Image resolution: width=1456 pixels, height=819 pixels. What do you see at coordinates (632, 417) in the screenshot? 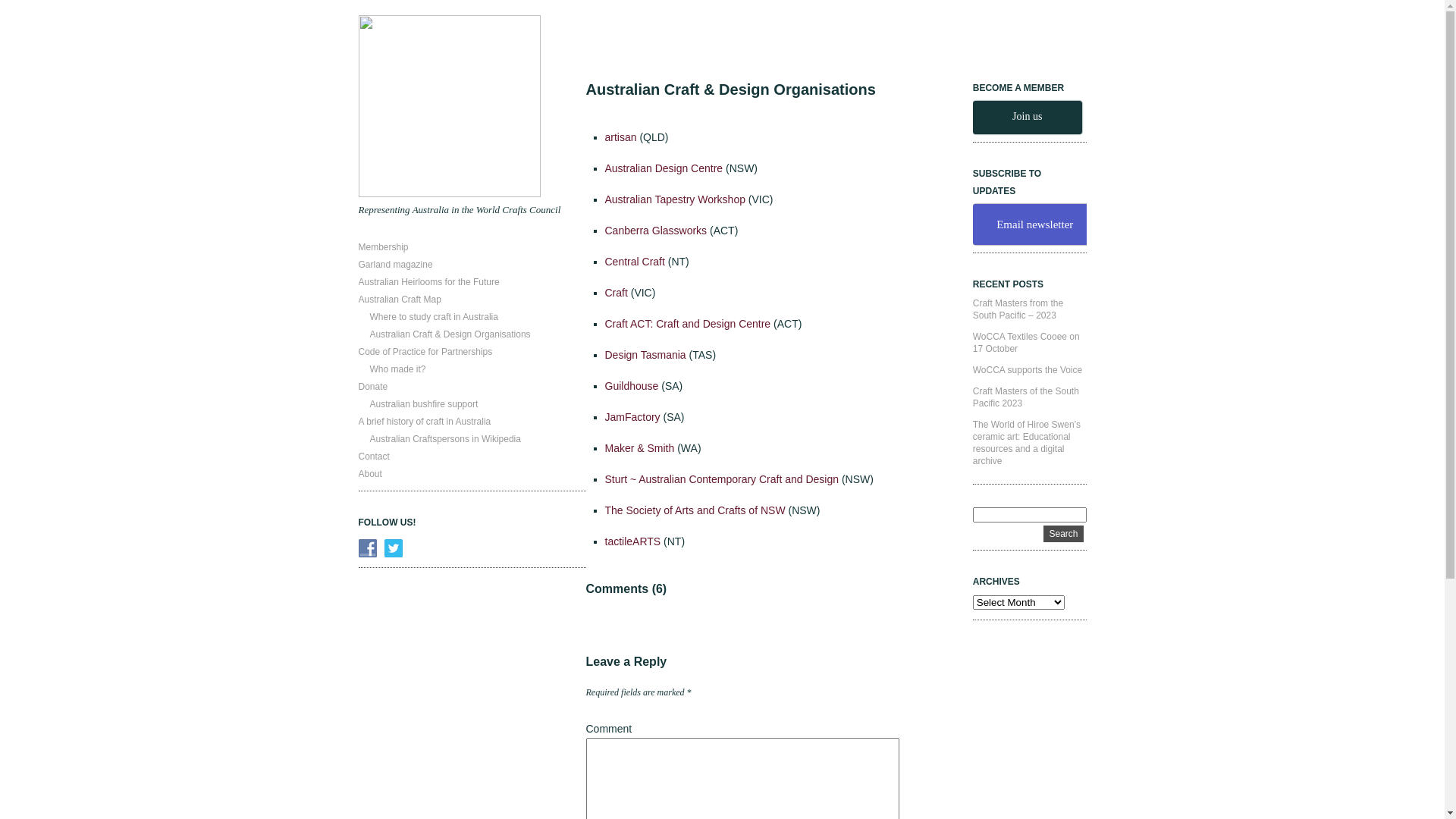
I see `'JamFactory'` at bounding box center [632, 417].